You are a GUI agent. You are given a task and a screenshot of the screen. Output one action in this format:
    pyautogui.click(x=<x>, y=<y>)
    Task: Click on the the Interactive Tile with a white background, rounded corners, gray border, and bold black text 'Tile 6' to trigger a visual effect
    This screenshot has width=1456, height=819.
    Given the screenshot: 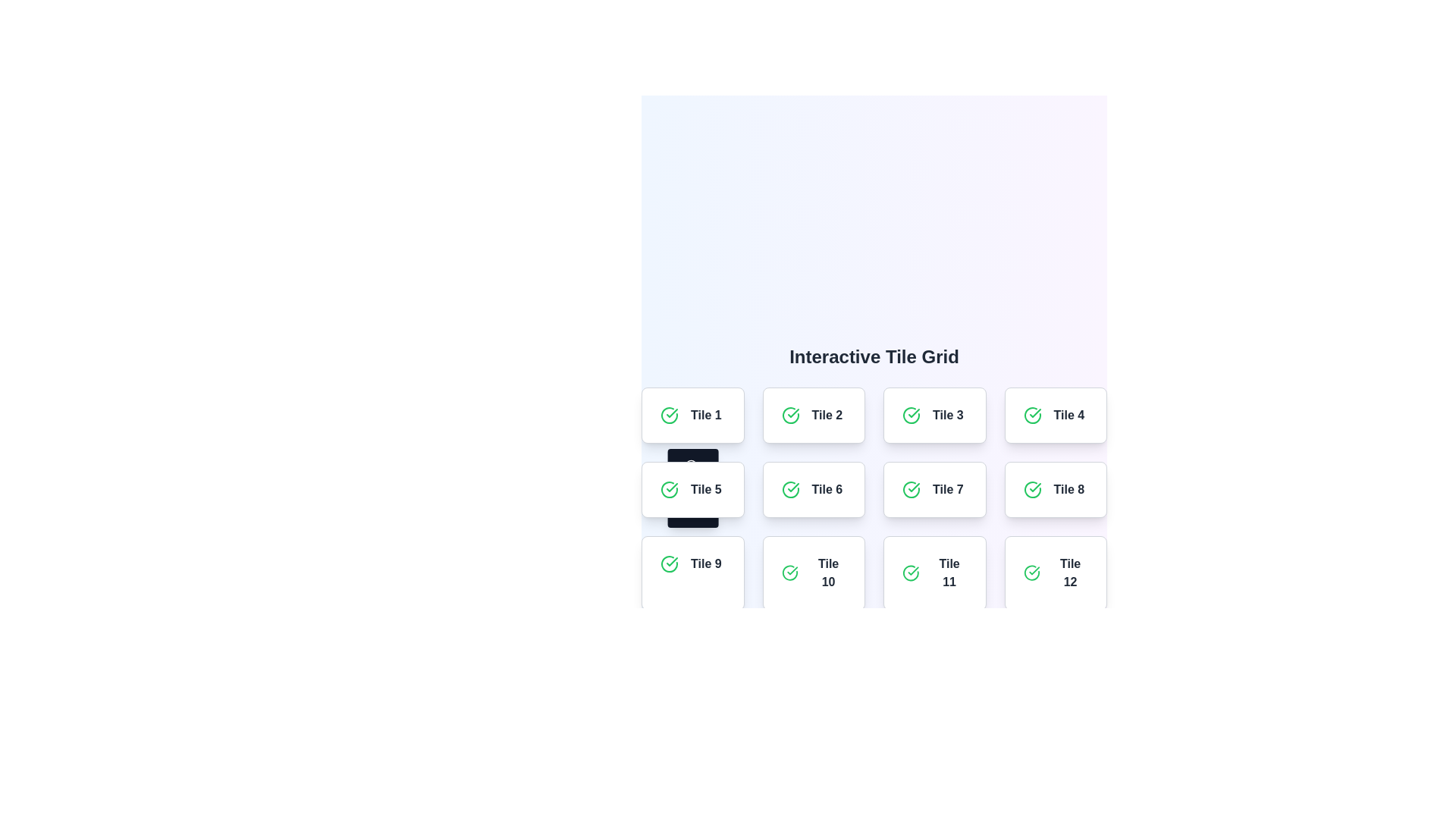 What is the action you would take?
    pyautogui.click(x=813, y=489)
    